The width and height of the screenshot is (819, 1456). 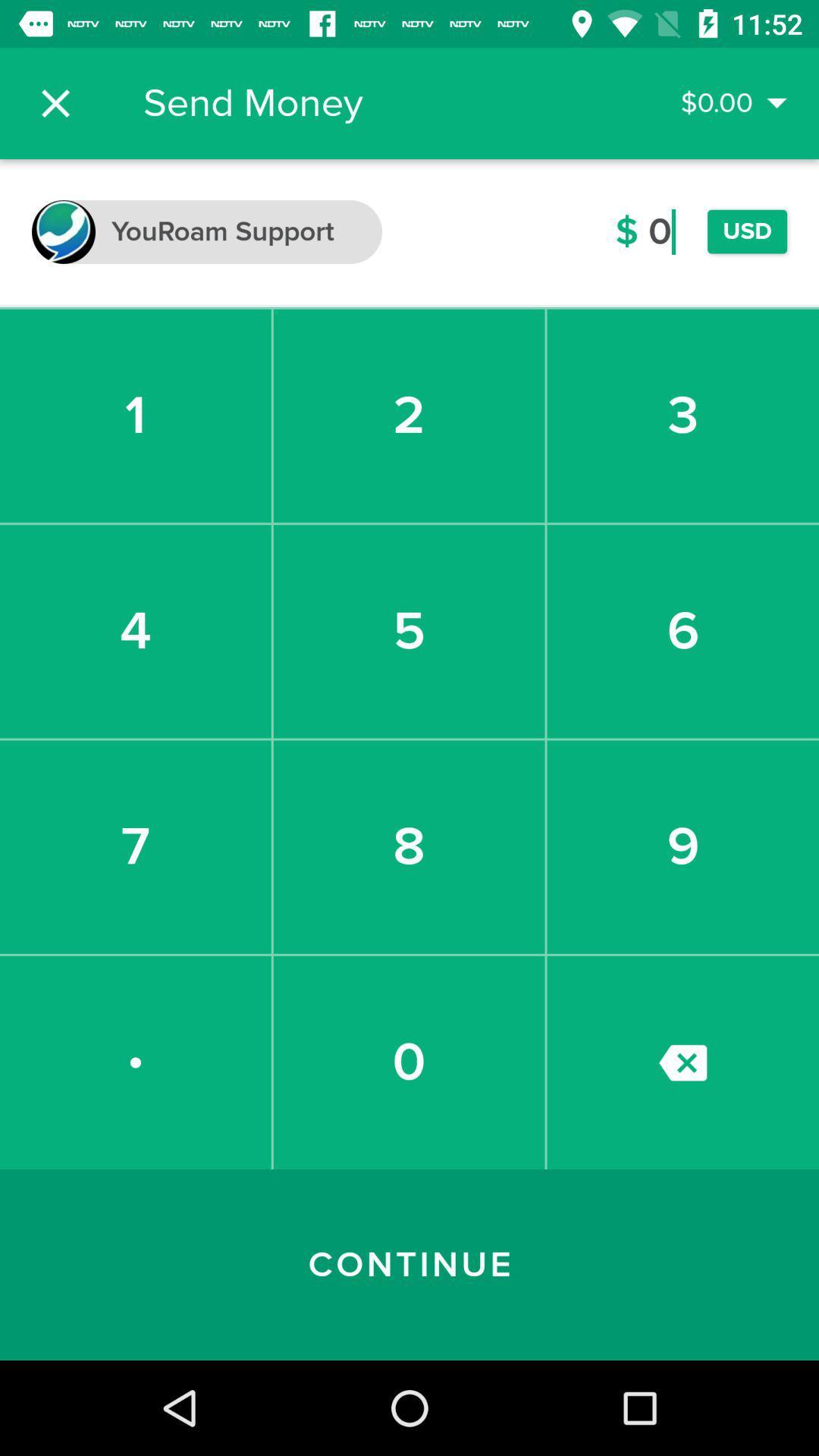 I want to click on the 1 icon, so click(x=134, y=416).